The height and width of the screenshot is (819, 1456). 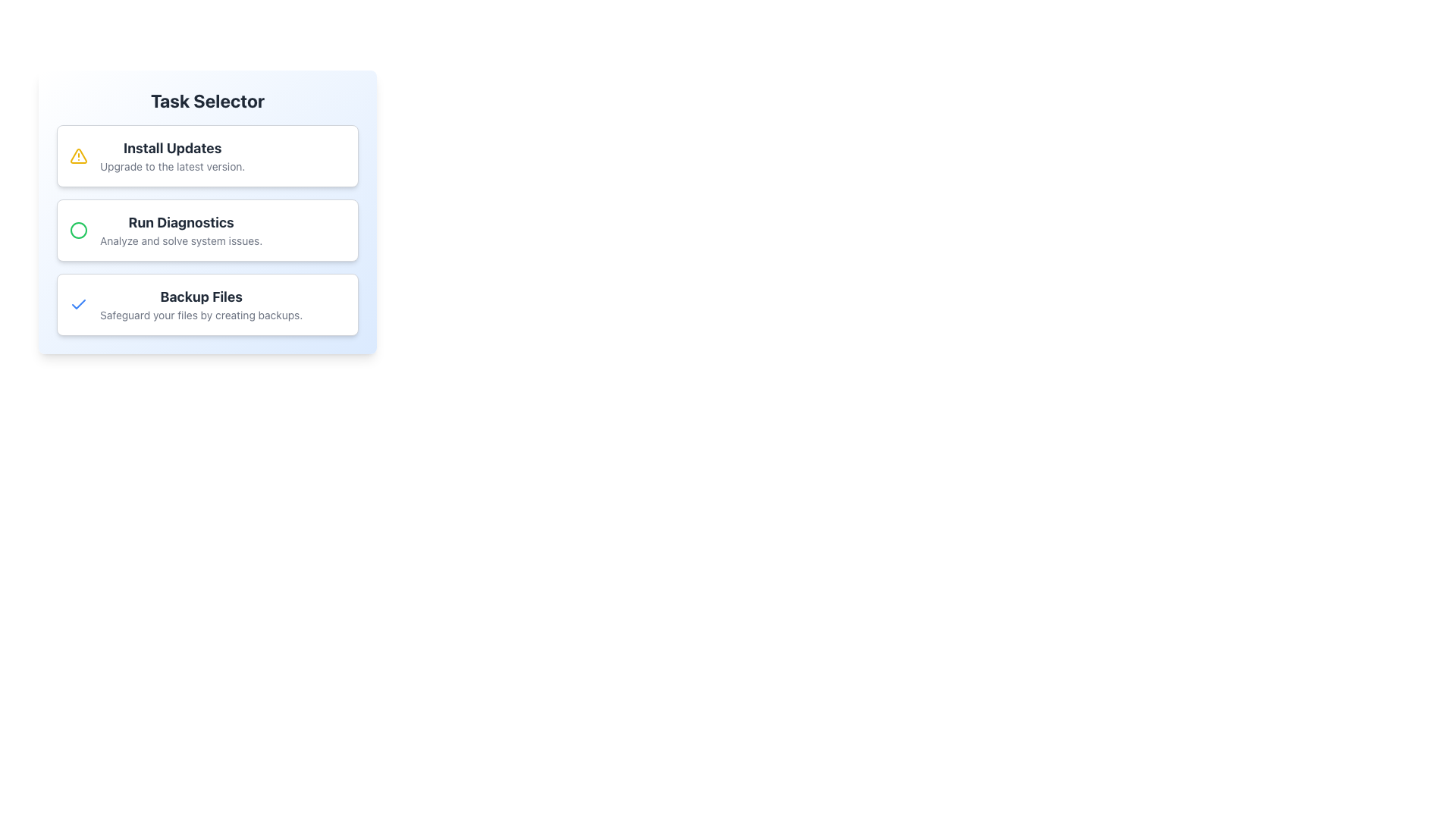 What do you see at coordinates (181, 240) in the screenshot?
I see `the descriptive text label located below the 'Run Diagnostics' heading in the second card of the 'Run Diagnostics' section` at bounding box center [181, 240].